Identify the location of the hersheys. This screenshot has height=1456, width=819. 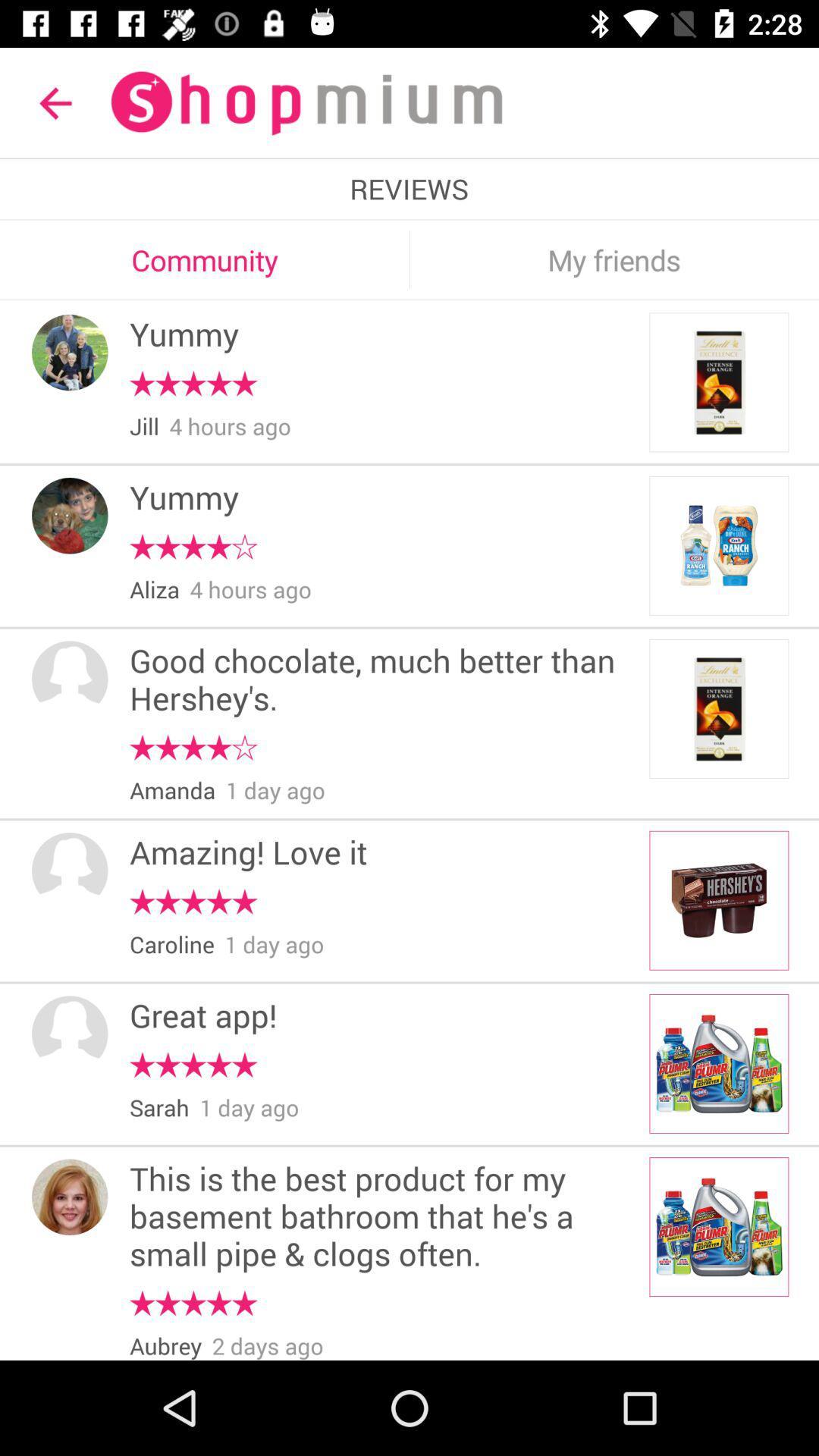
(718, 901).